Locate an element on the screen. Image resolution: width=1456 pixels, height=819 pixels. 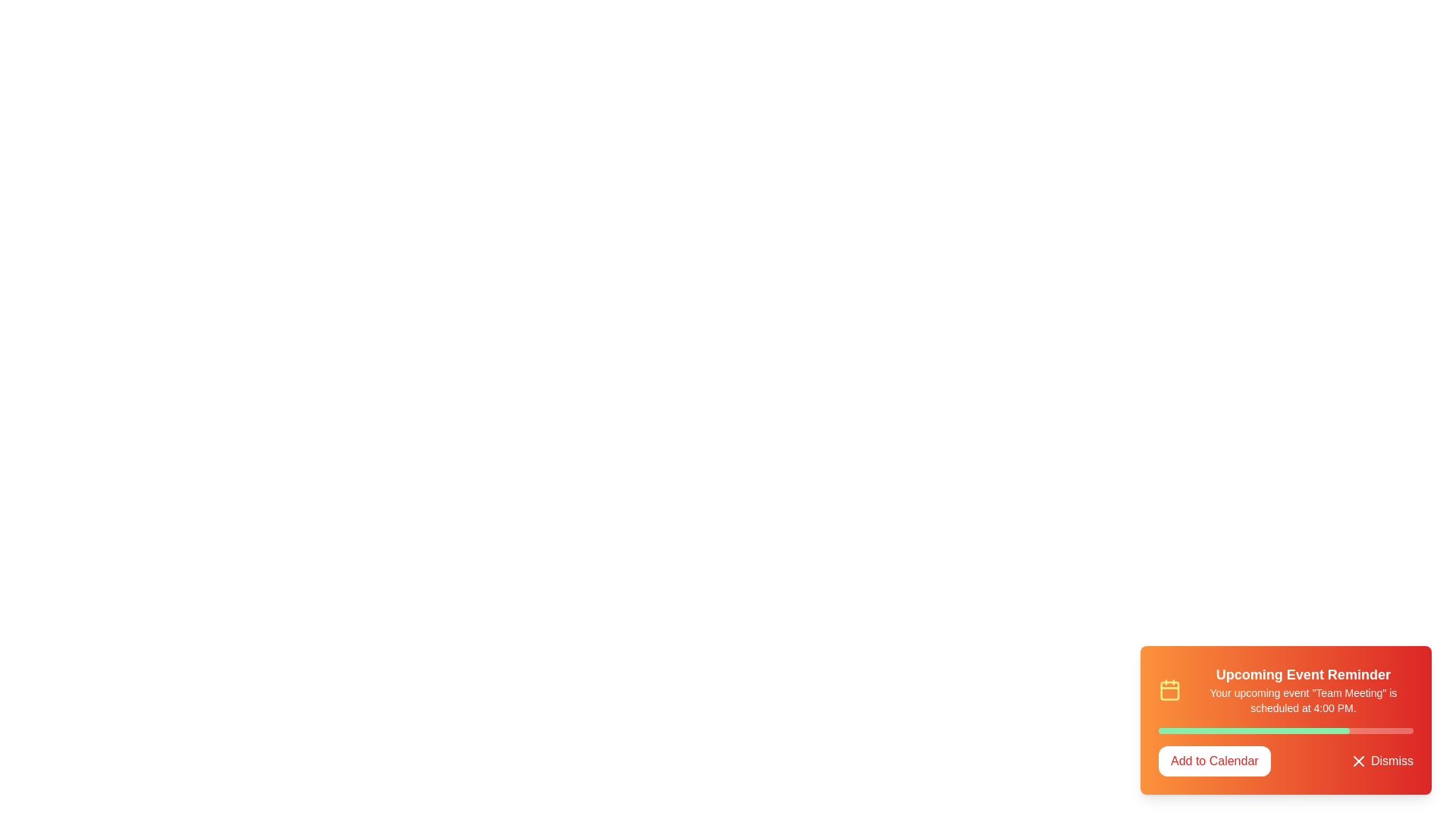
the 'Add to Calendar' button to add the event to the calendar is located at coordinates (1214, 761).